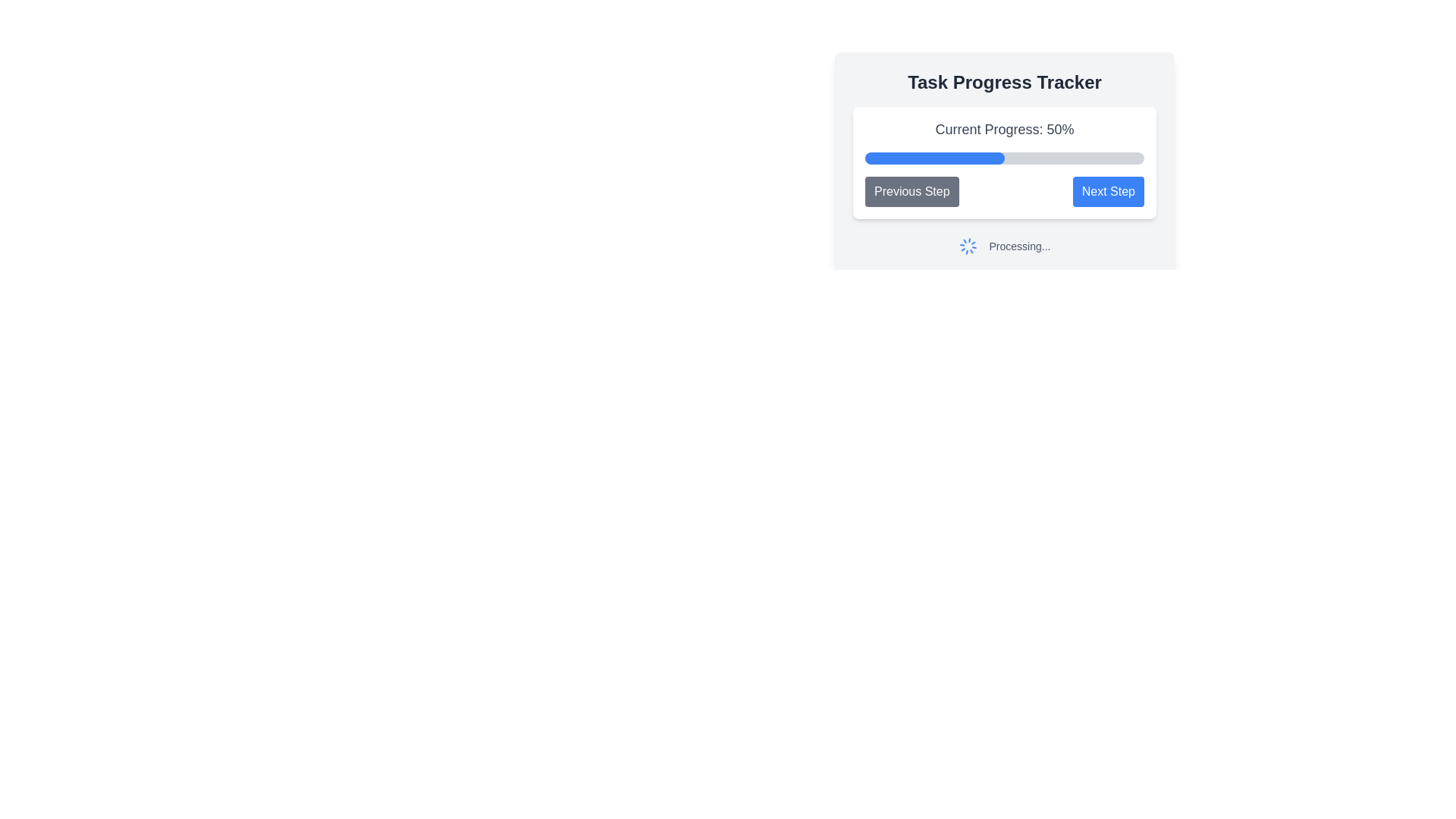  What do you see at coordinates (1004, 163) in the screenshot?
I see `the Progress bar indicator located below the 'Current Progress: 50%' text and above the 'Previous Step' and 'Next Step' buttons` at bounding box center [1004, 163].